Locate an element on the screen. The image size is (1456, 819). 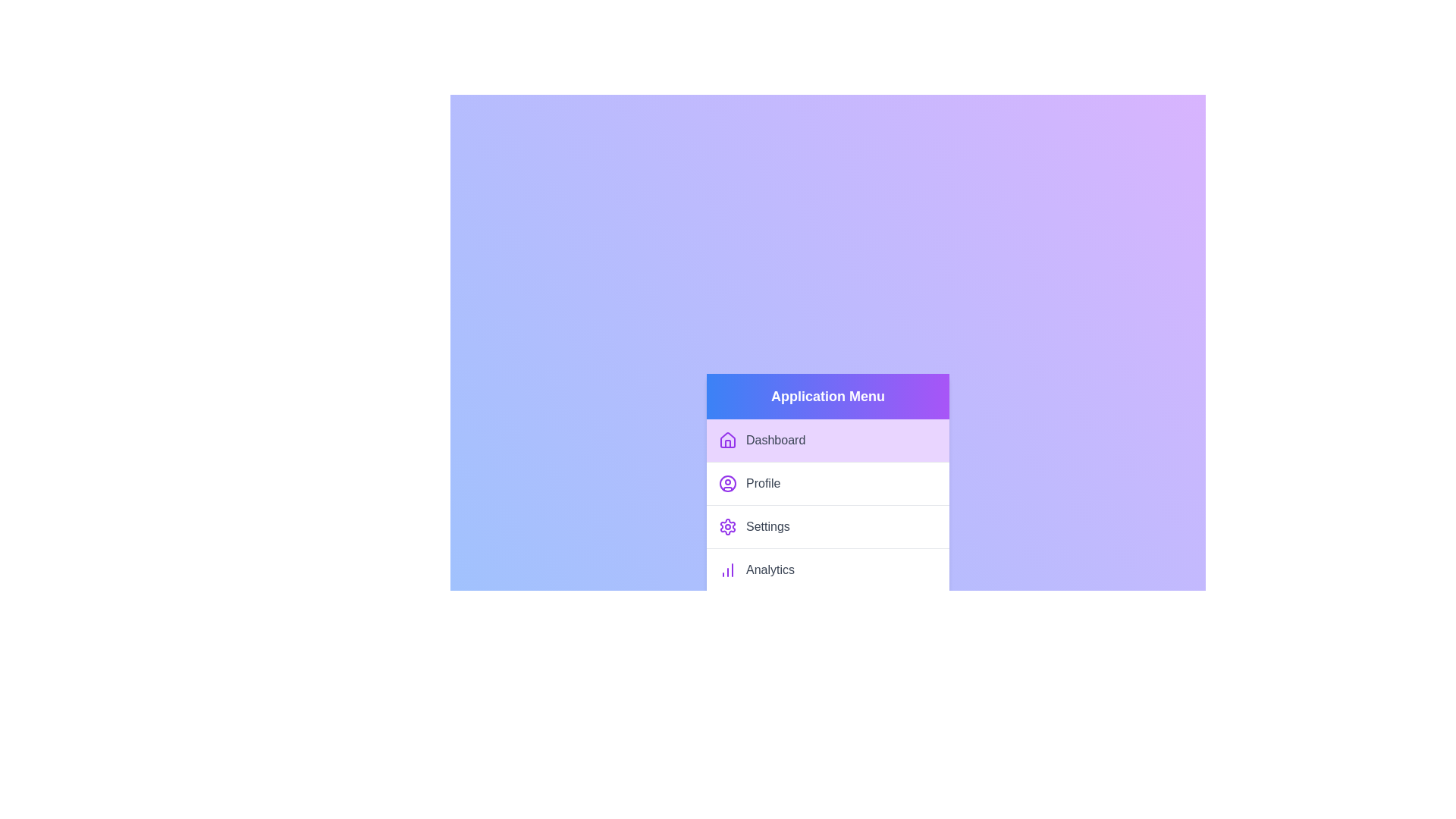
the menu item labeled Profile from the list is located at coordinates (827, 483).